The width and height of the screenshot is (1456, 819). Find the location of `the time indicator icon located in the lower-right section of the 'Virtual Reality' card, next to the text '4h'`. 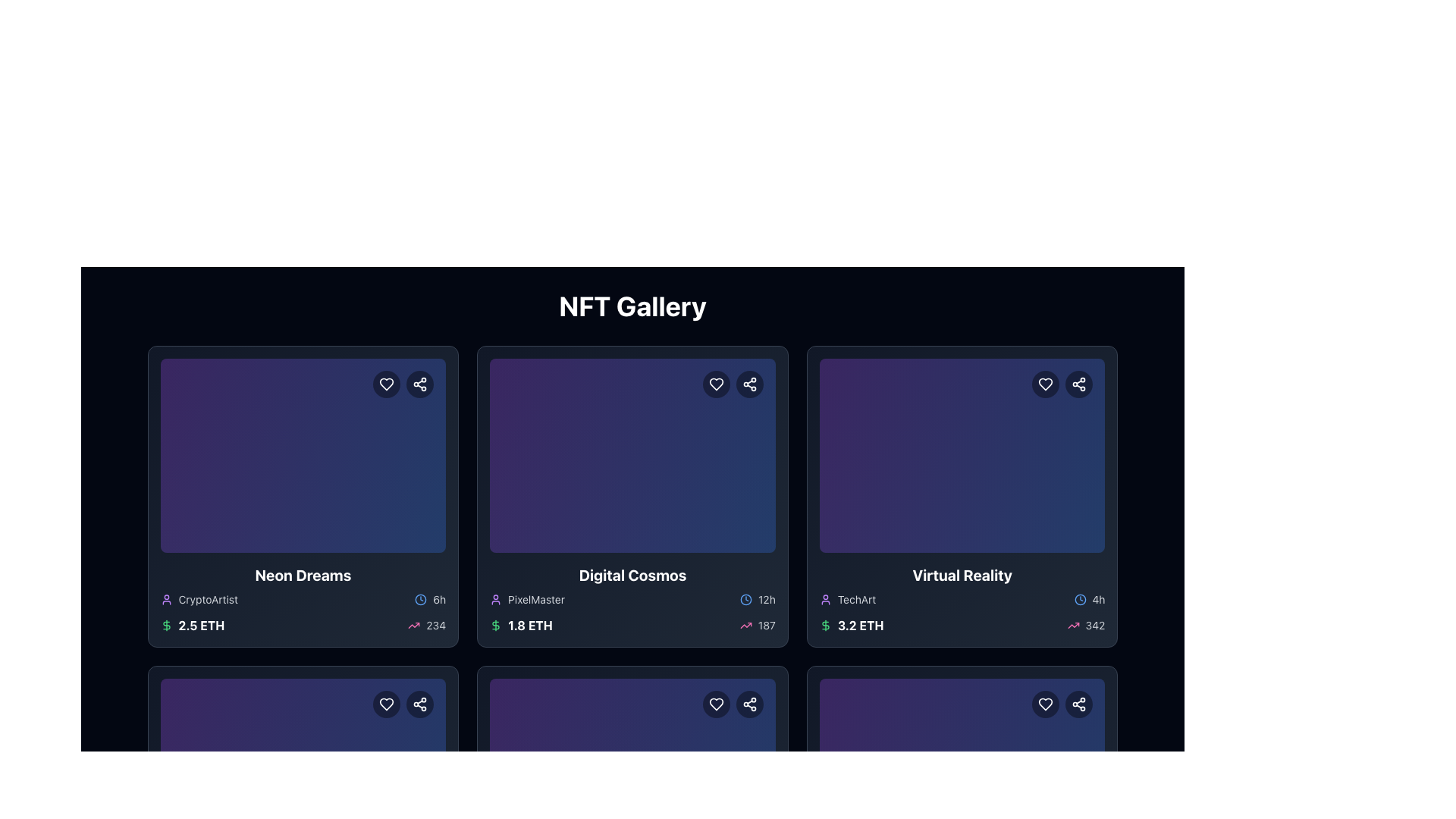

the time indicator icon located in the lower-right section of the 'Virtual Reality' card, next to the text '4h' is located at coordinates (1079, 598).